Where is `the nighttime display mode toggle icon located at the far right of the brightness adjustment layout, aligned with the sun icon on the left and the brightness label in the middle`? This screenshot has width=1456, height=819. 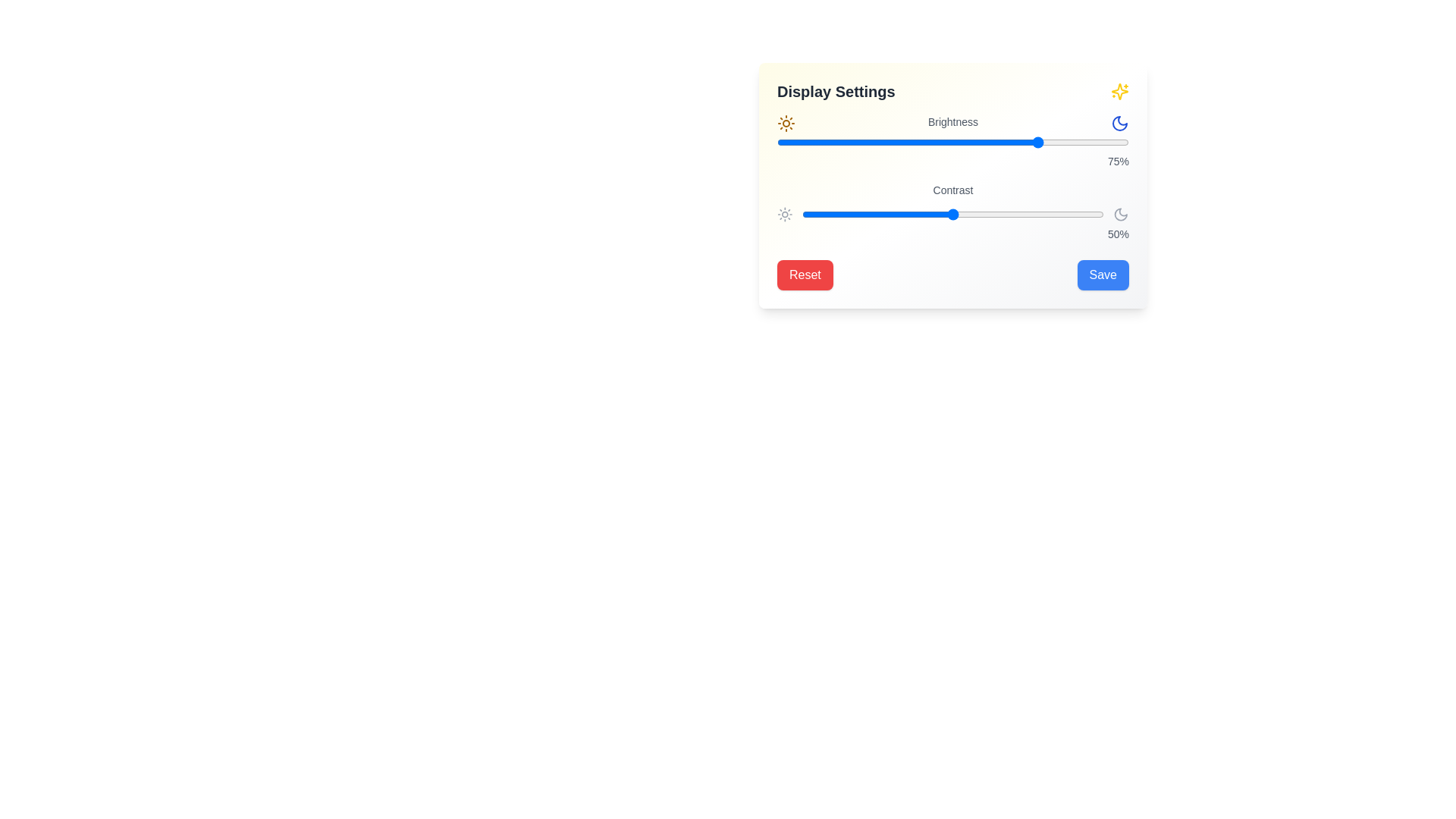
the nighttime display mode toggle icon located at the far right of the brightness adjustment layout, aligned with the sun icon on the left and the brightness label in the middle is located at coordinates (1120, 122).